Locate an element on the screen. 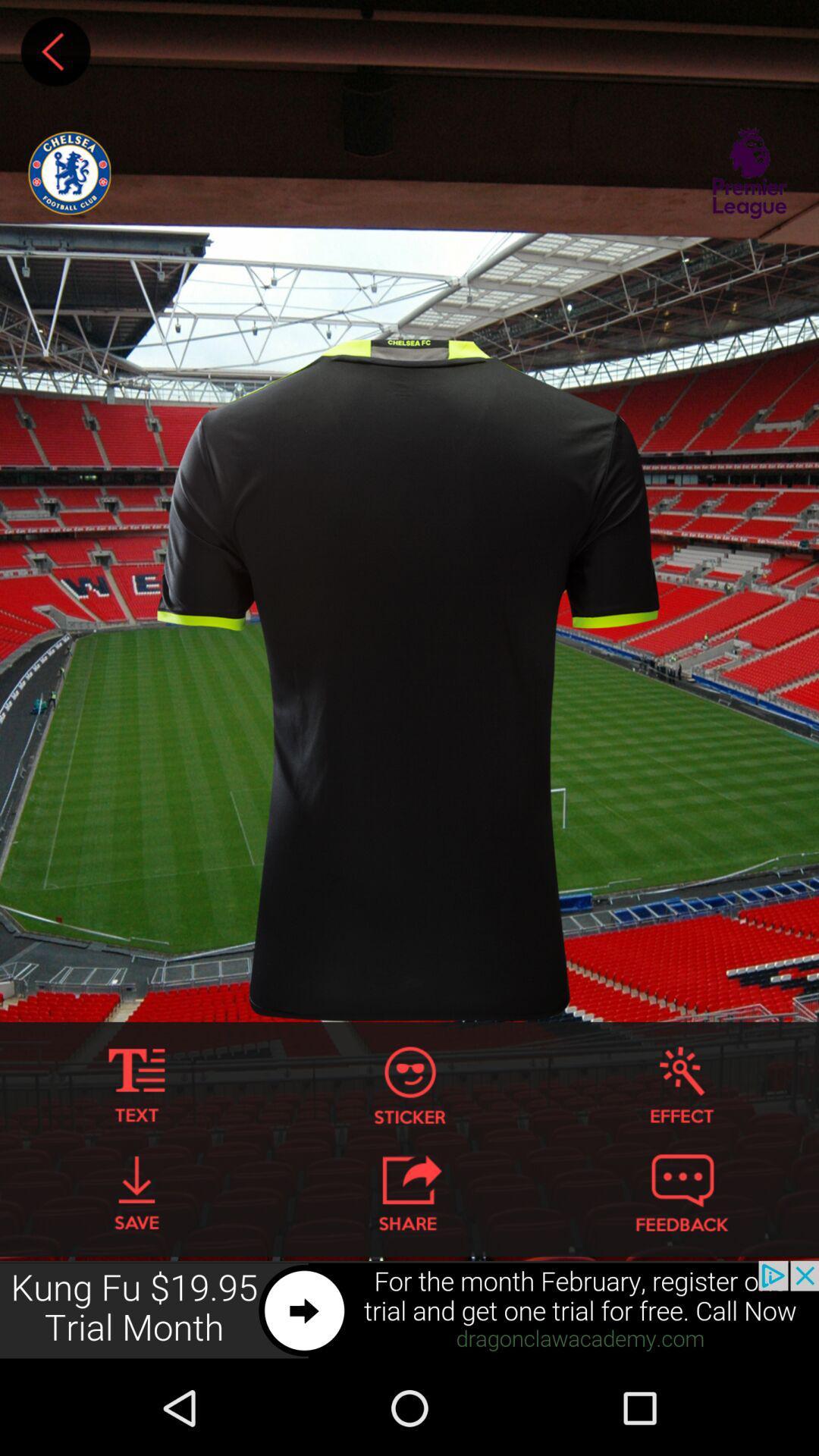  exit is located at coordinates (409, 1192).